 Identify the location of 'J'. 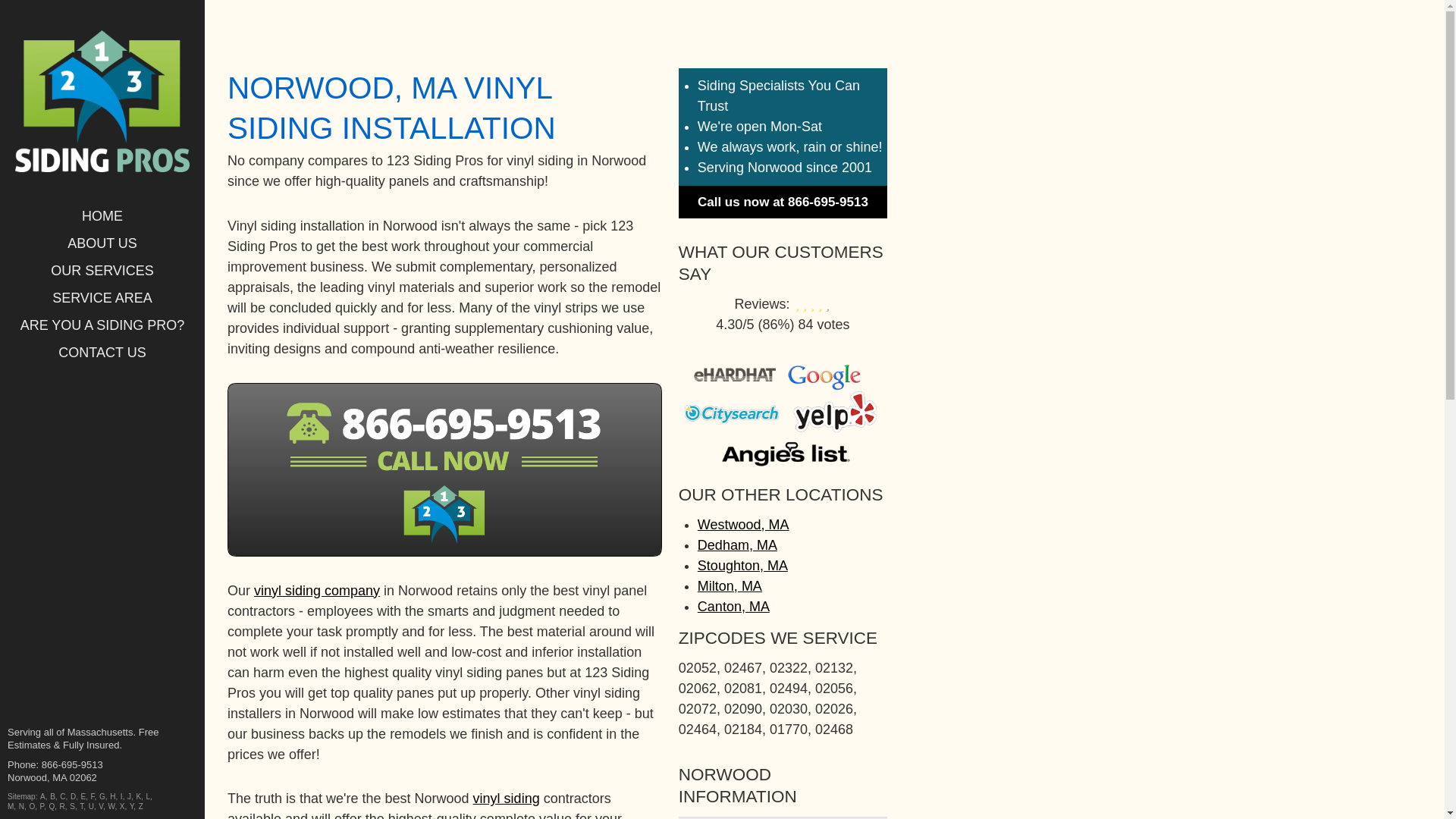
(129, 795).